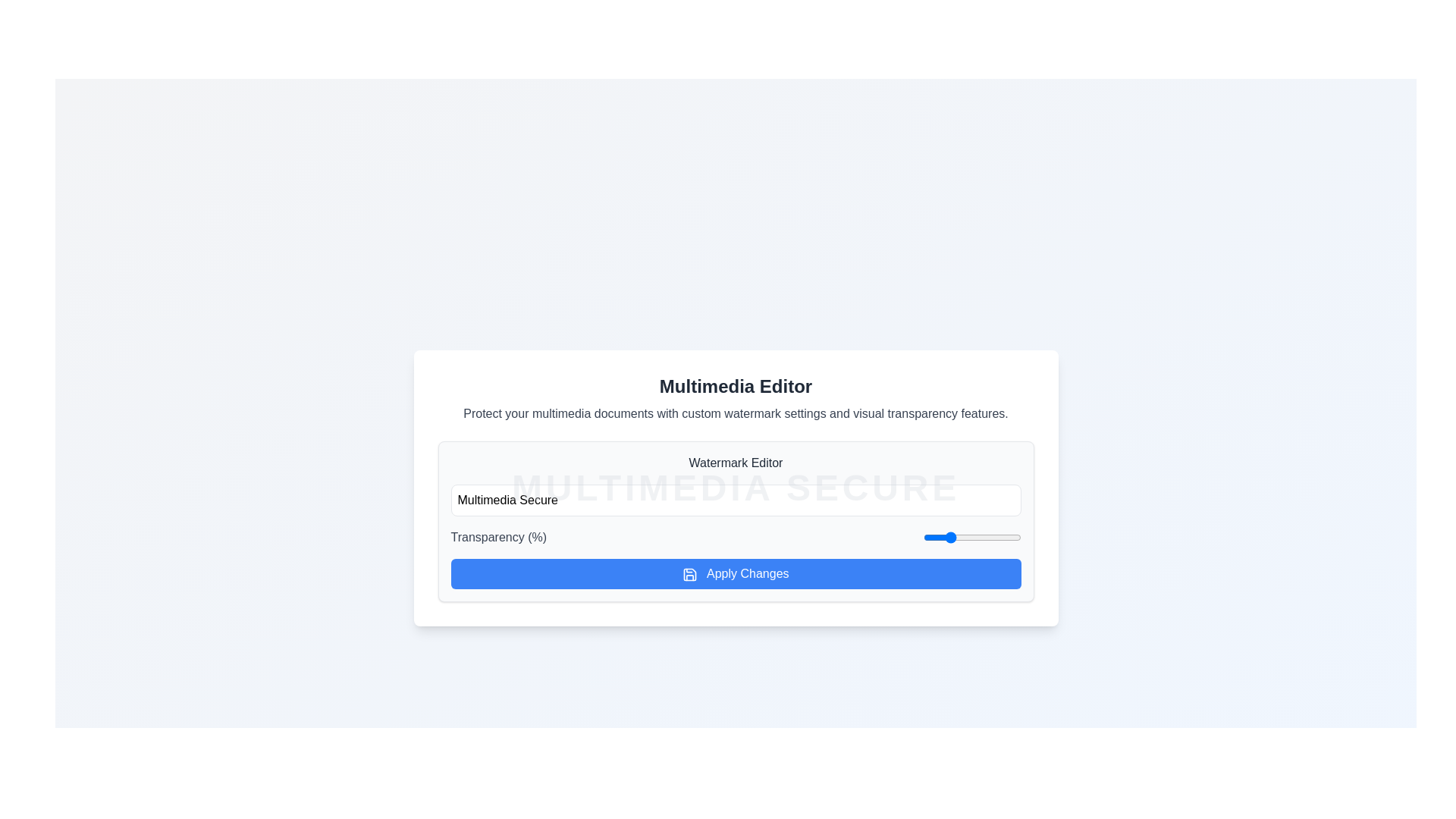 This screenshot has height=819, width=1456. What do you see at coordinates (959, 537) in the screenshot?
I see `transparency` at bounding box center [959, 537].